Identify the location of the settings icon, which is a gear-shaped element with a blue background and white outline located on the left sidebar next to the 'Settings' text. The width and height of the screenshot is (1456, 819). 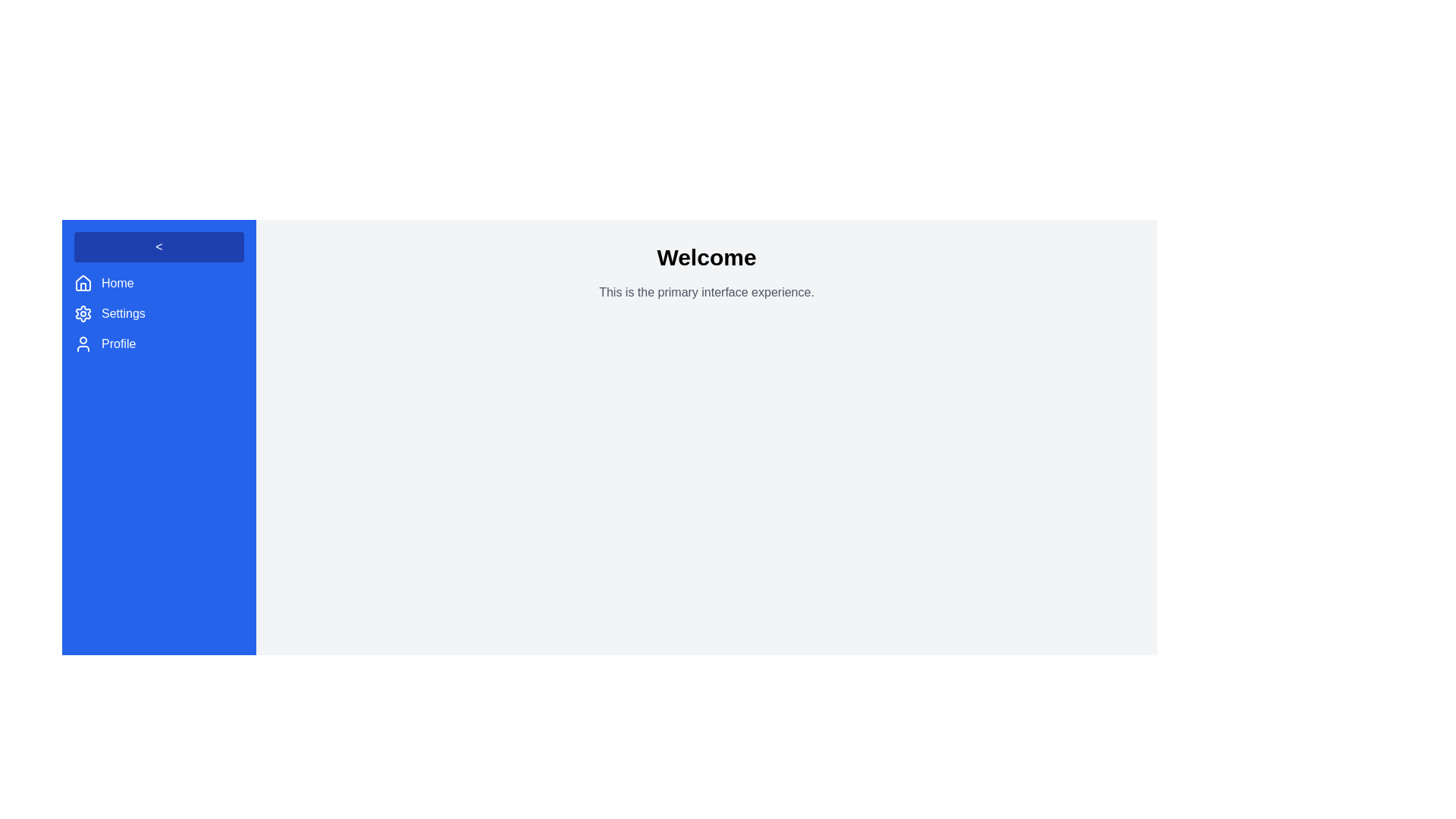
(83, 312).